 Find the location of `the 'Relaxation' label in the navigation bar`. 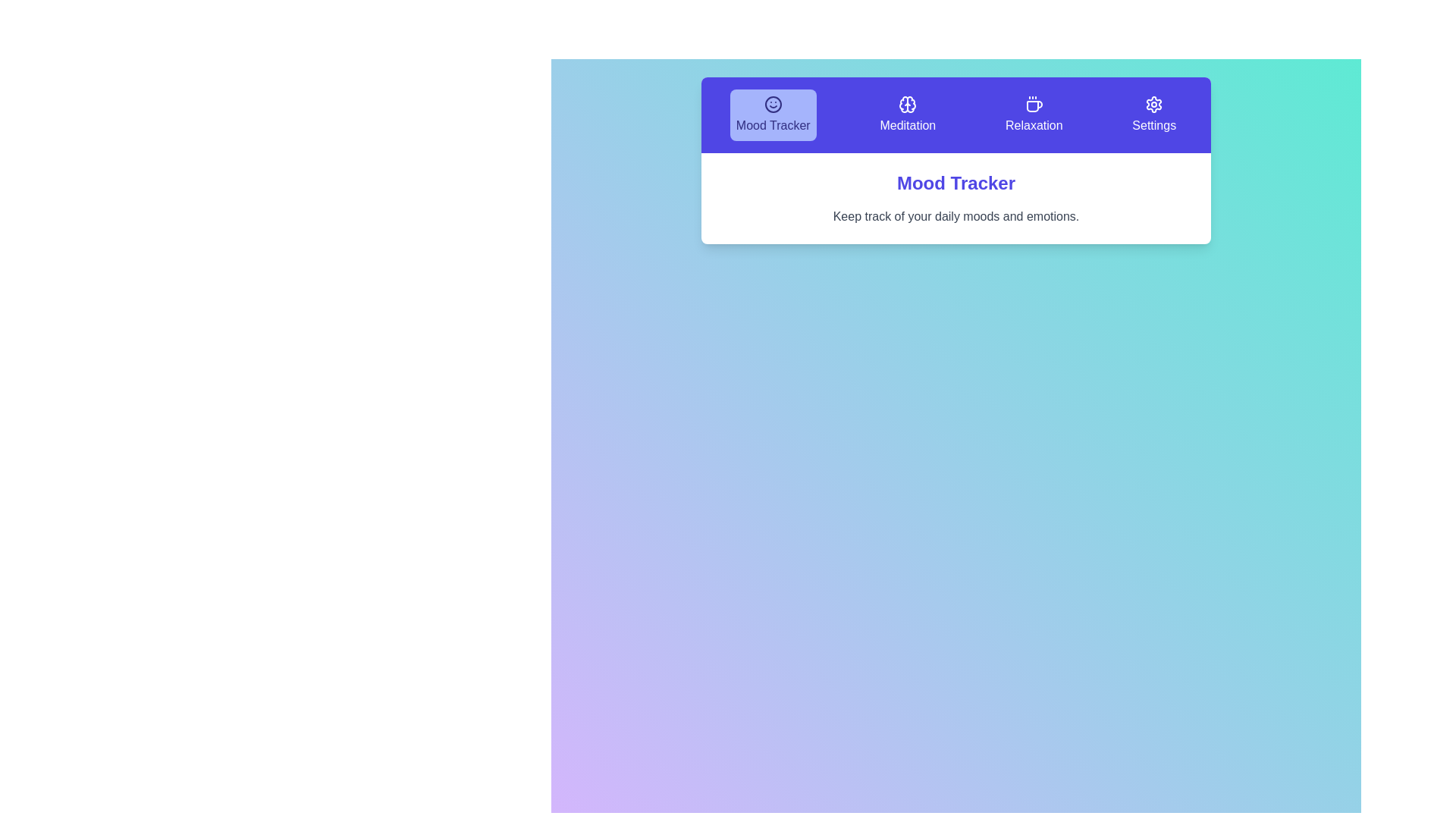

the 'Relaxation' label in the navigation bar is located at coordinates (1033, 124).